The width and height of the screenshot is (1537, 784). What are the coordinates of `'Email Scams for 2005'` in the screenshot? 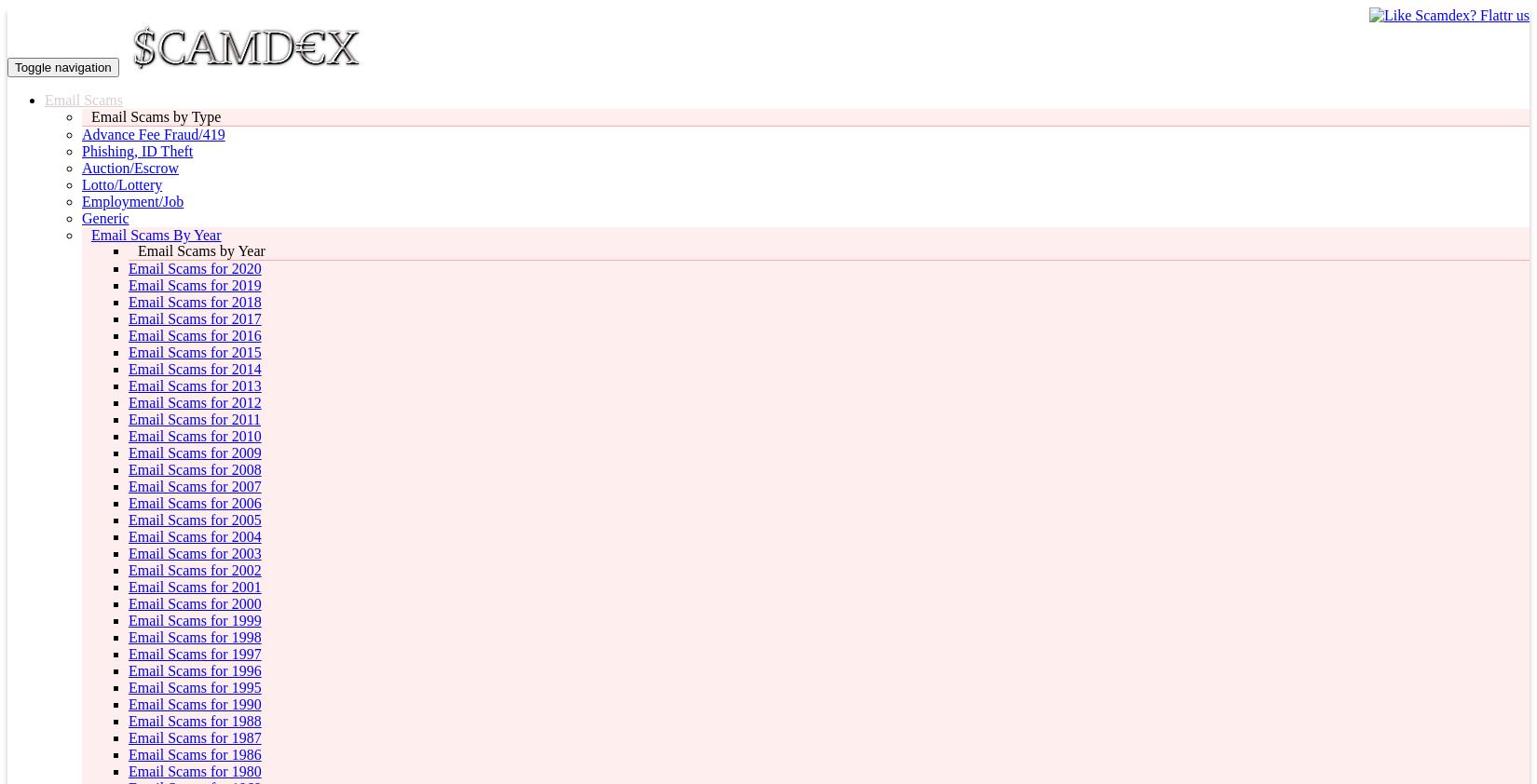 It's located at (195, 519).